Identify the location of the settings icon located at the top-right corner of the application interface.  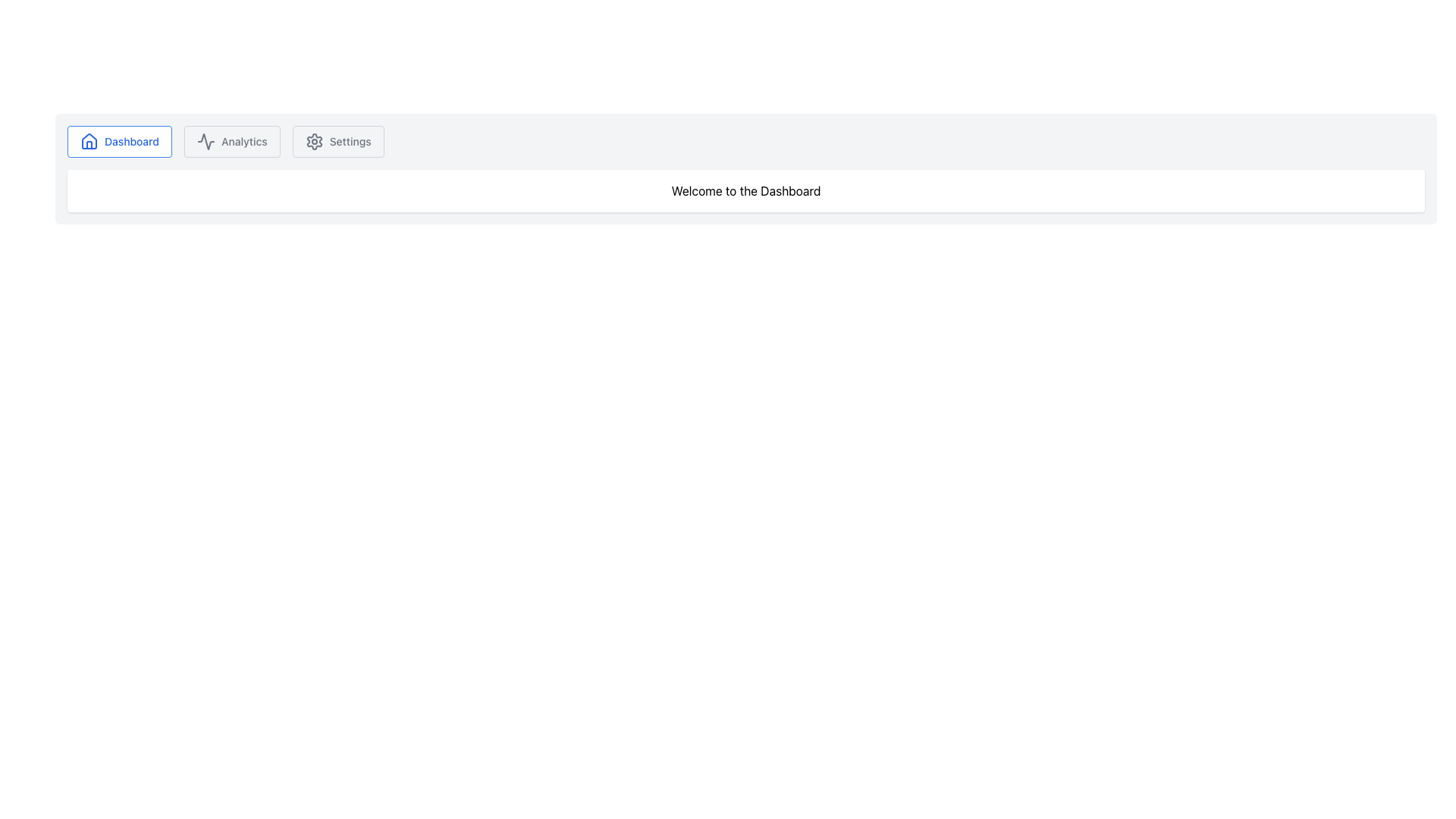
(313, 141).